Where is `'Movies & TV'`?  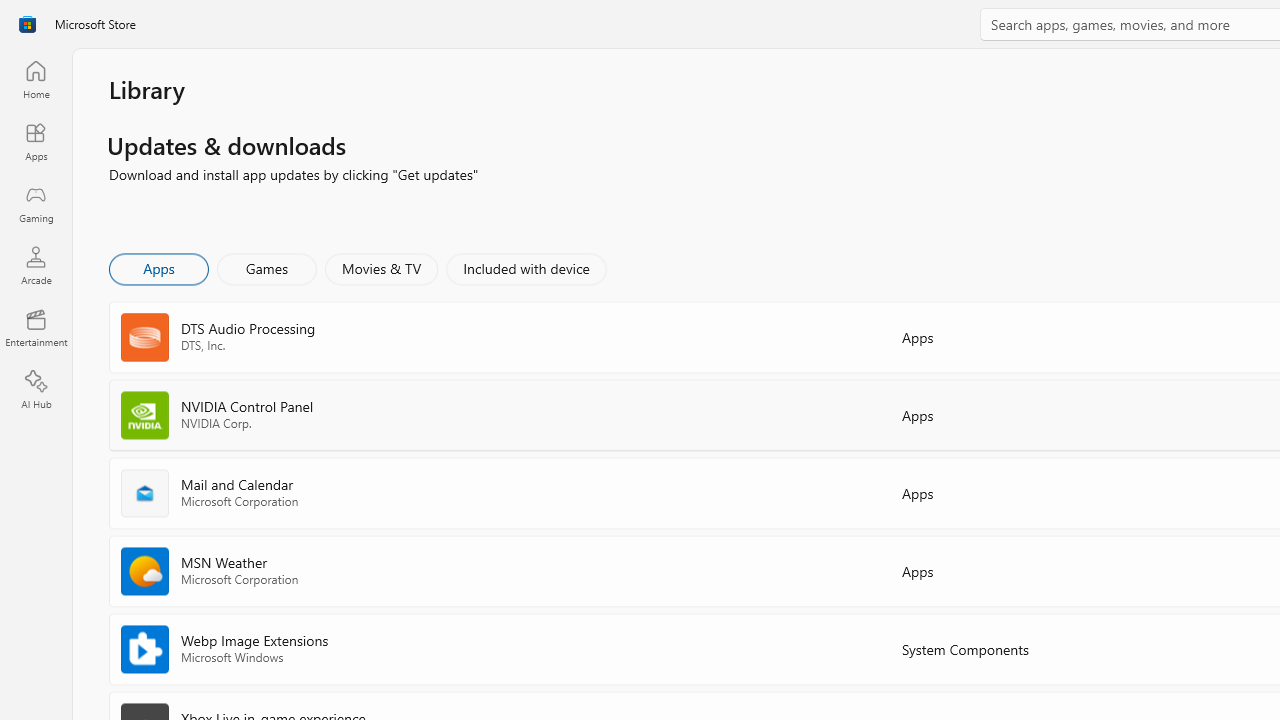
'Movies & TV' is located at coordinates (381, 267).